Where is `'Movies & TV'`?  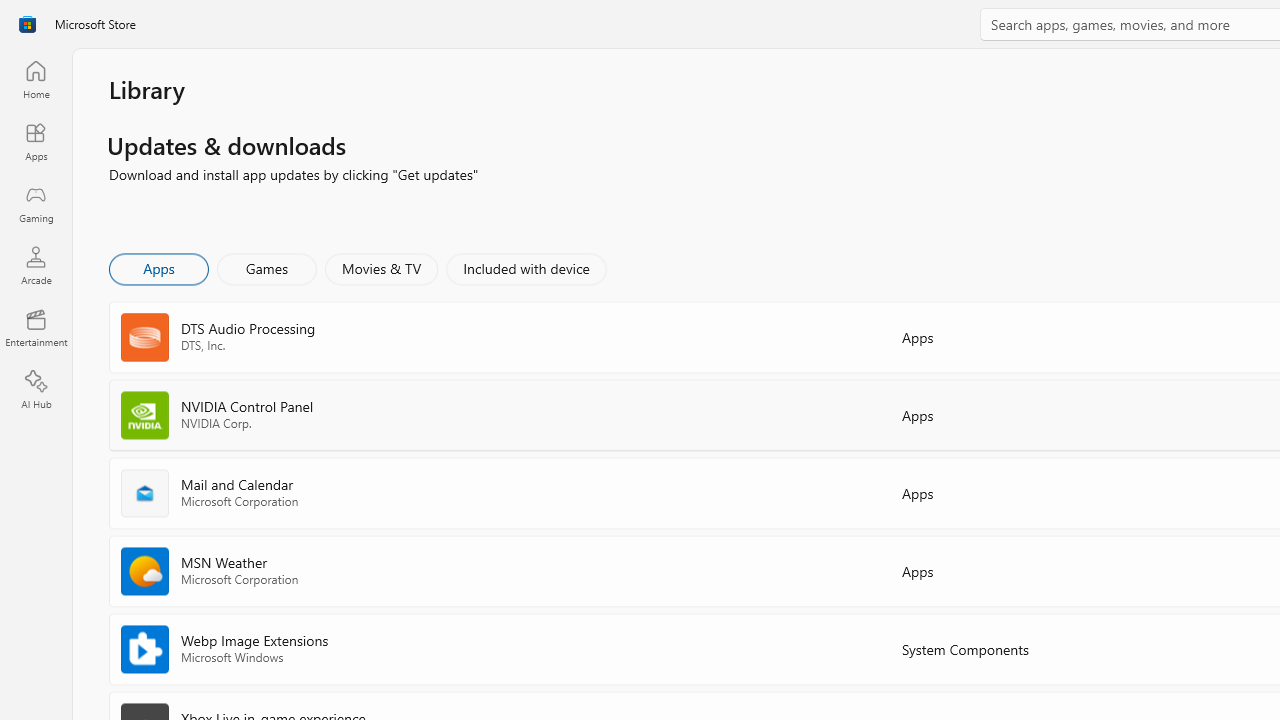
'Movies & TV' is located at coordinates (381, 267).